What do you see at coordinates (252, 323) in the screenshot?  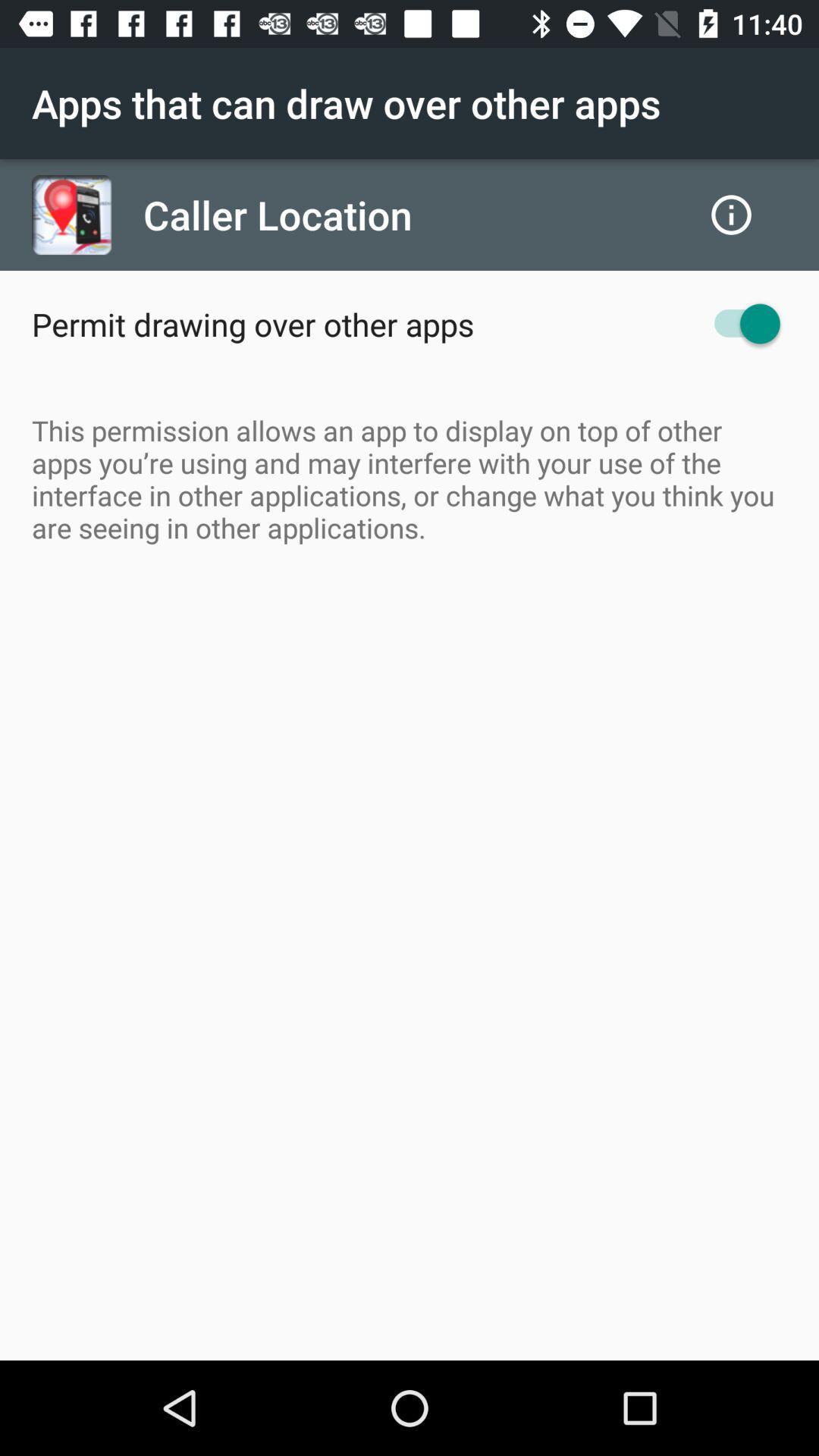 I see `item above this permission allows` at bounding box center [252, 323].